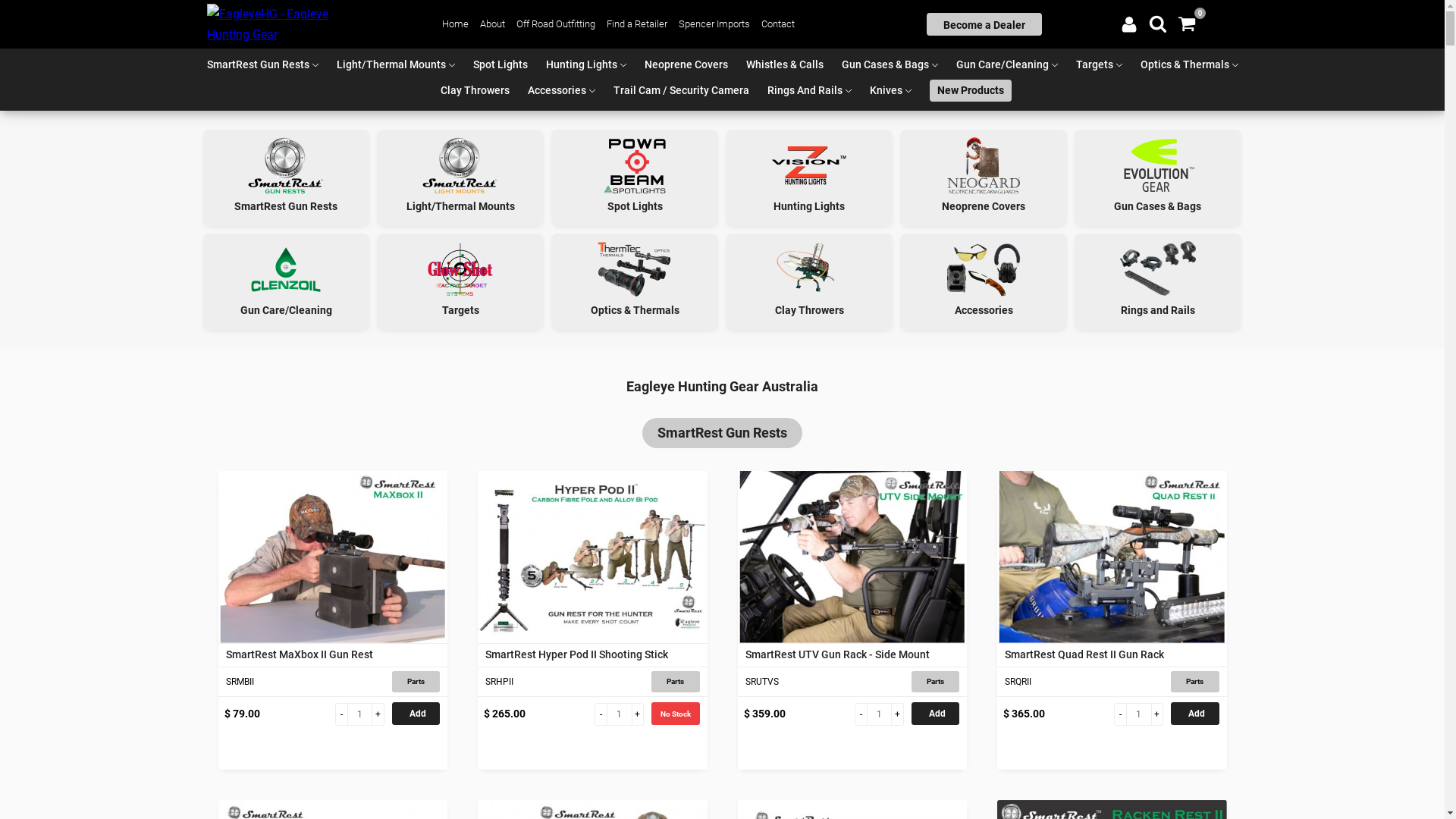 The image size is (1456, 819). Describe the element at coordinates (713, 24) in the screenshot. I see `'Spencer Imports'` at that location.